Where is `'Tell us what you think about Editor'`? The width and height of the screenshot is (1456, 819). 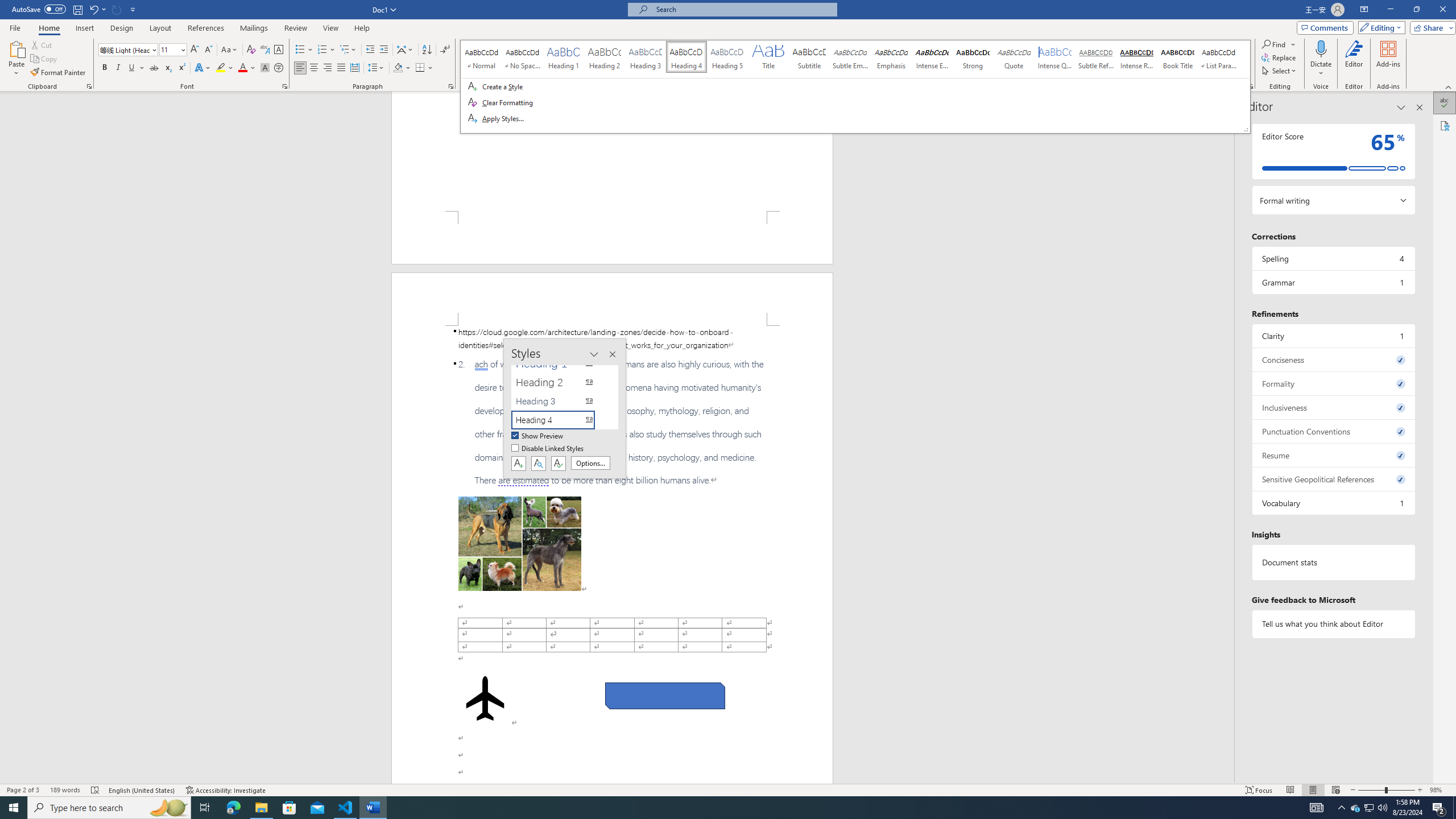
'Tell us what you think about Editor' is located at coordinates (1333, 623).